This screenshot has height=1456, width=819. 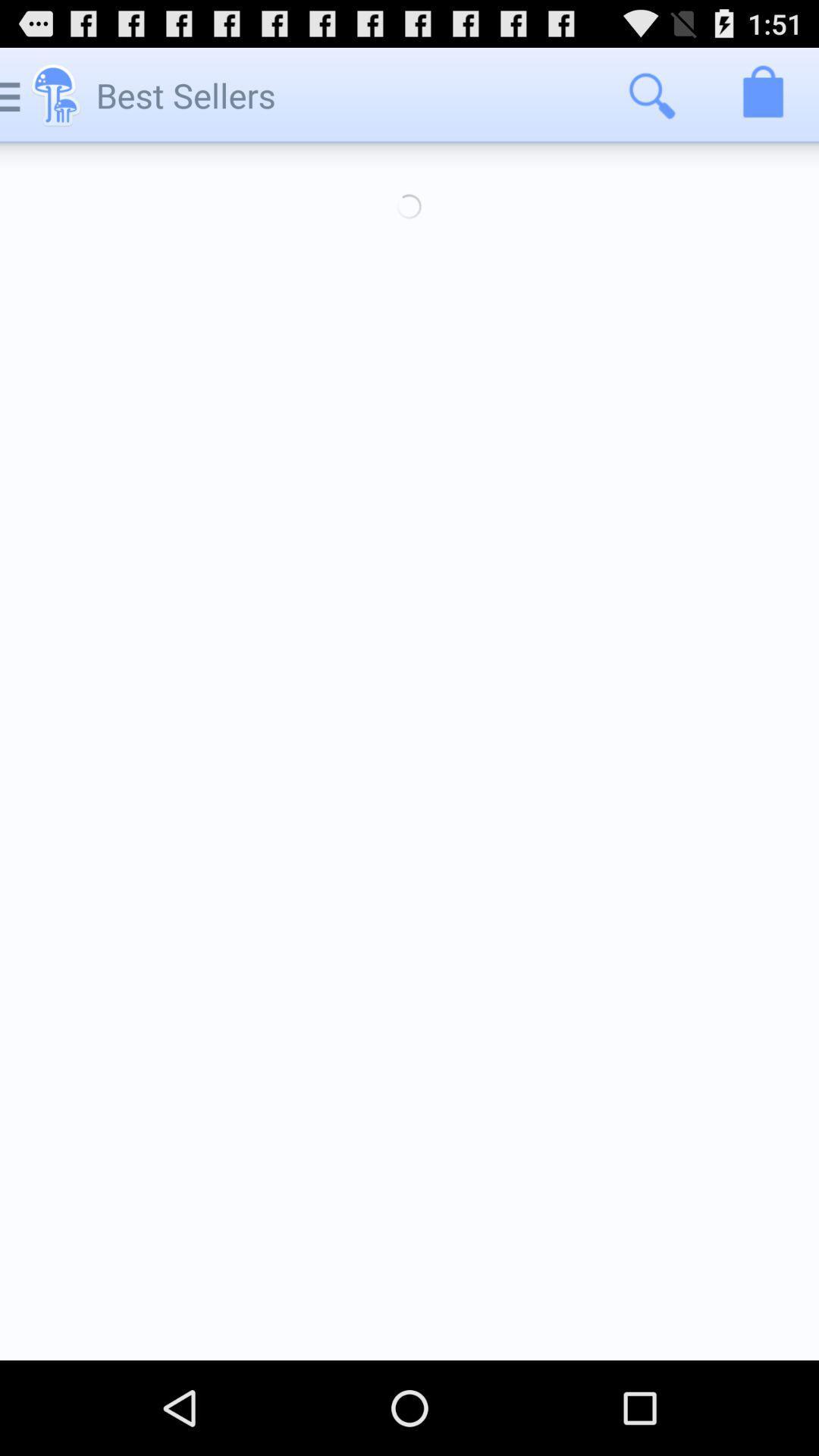 I want to click on the item at the top, so click(x=409, y=206).